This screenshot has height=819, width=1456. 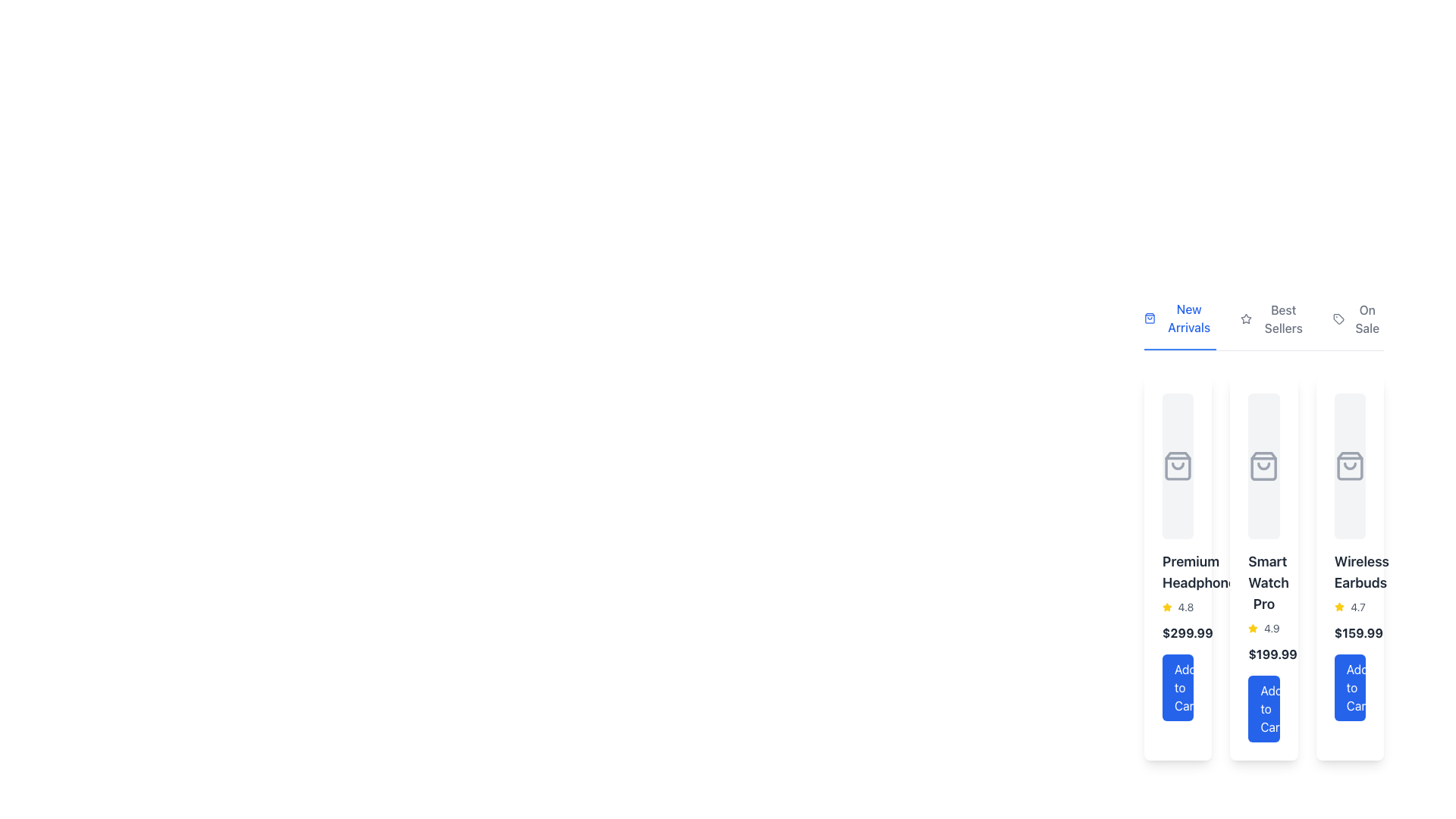 I want to click on the price display of '$159.99' located in the product card for 'Wireless Earbuds', which is styled in bold, dark gray text and positioned centrally above the 'Add to Cart' button, so click(x=1358, y=632).